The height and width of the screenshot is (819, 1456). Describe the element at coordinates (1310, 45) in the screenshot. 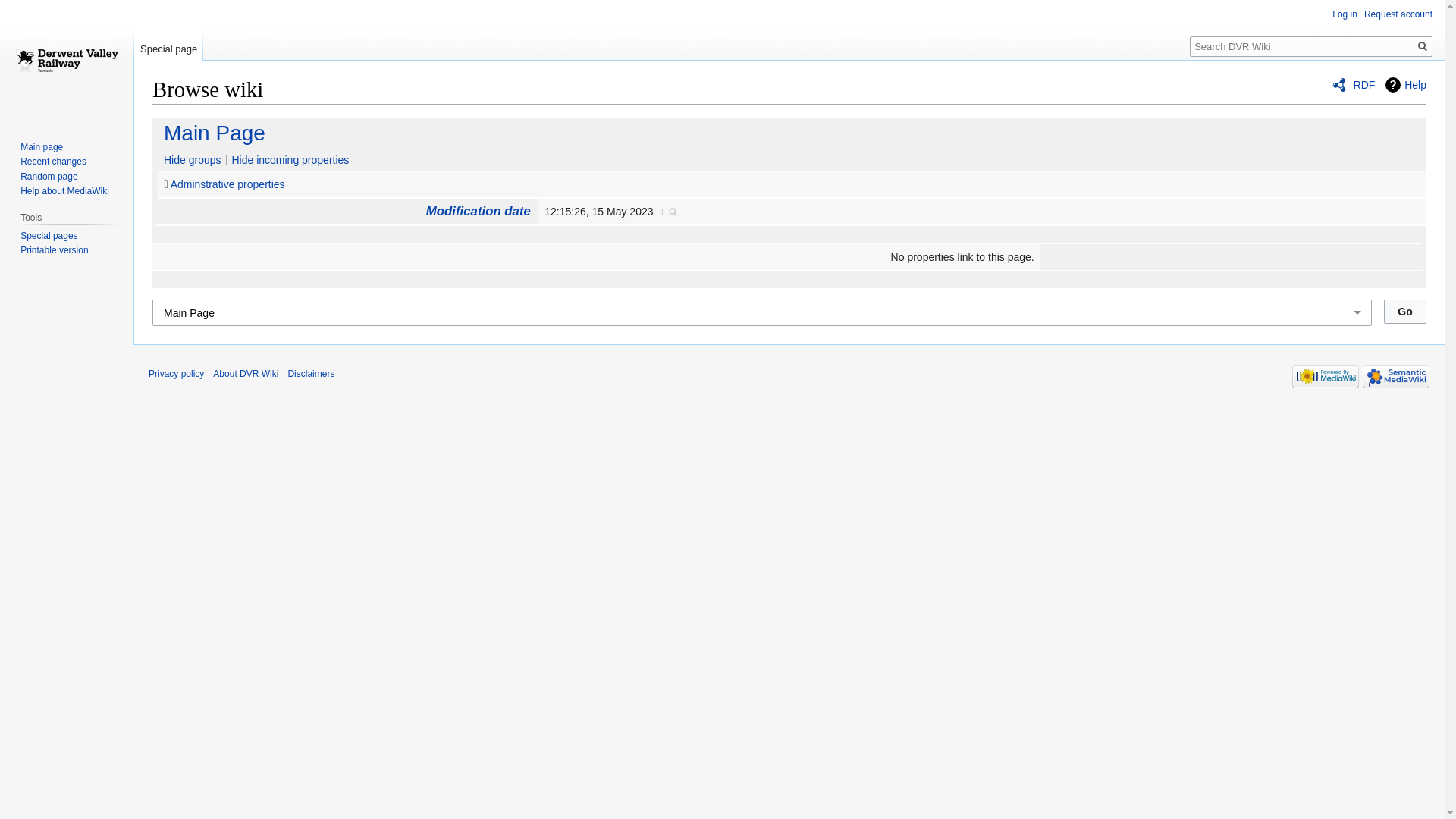

I see `'Search DVR Wiki [alt-shift-f]'` at that location.